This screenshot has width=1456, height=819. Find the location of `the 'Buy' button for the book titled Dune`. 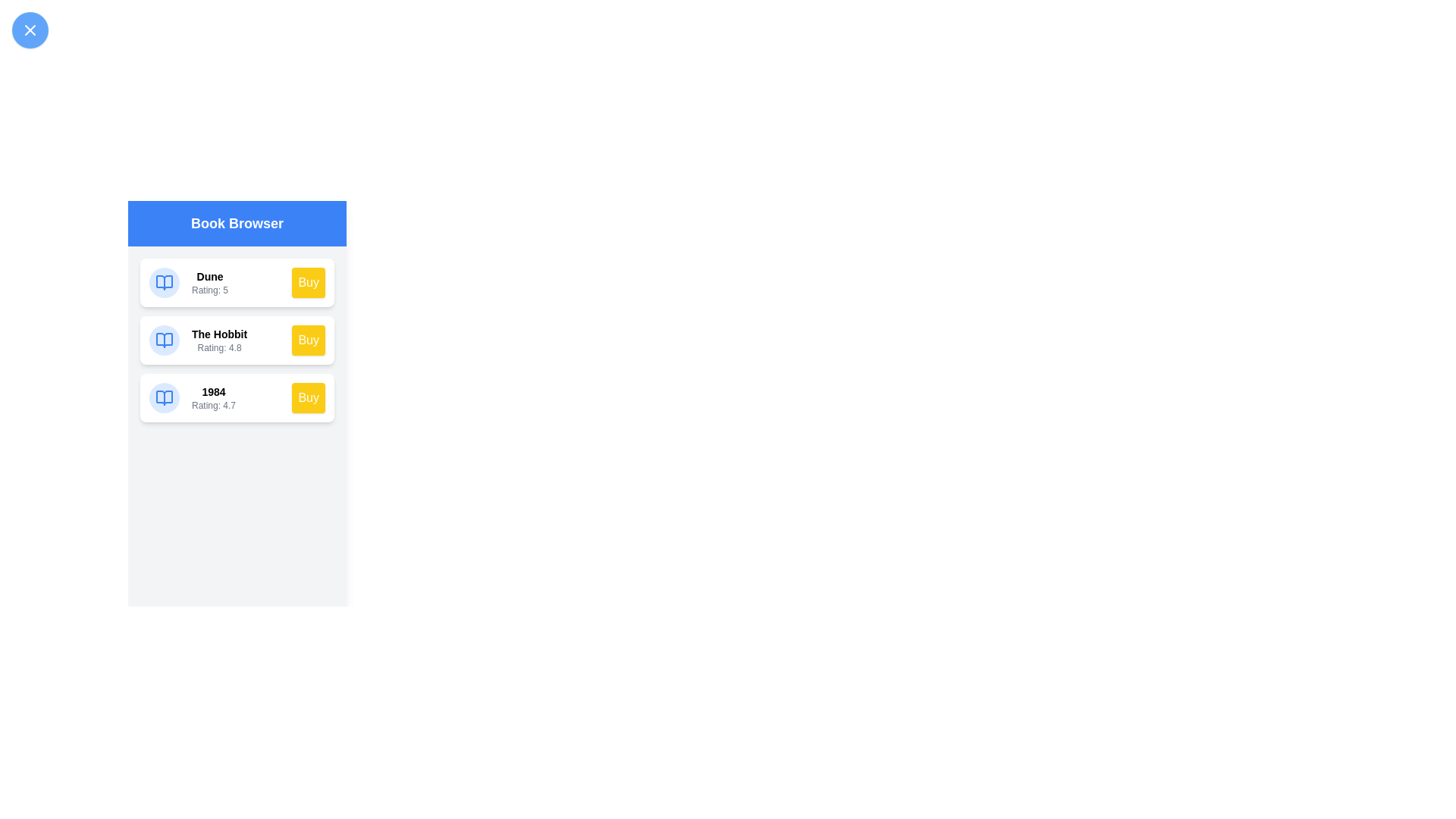

the 'Buy' button for the book titled Dune is located at coordinates (308, 283).